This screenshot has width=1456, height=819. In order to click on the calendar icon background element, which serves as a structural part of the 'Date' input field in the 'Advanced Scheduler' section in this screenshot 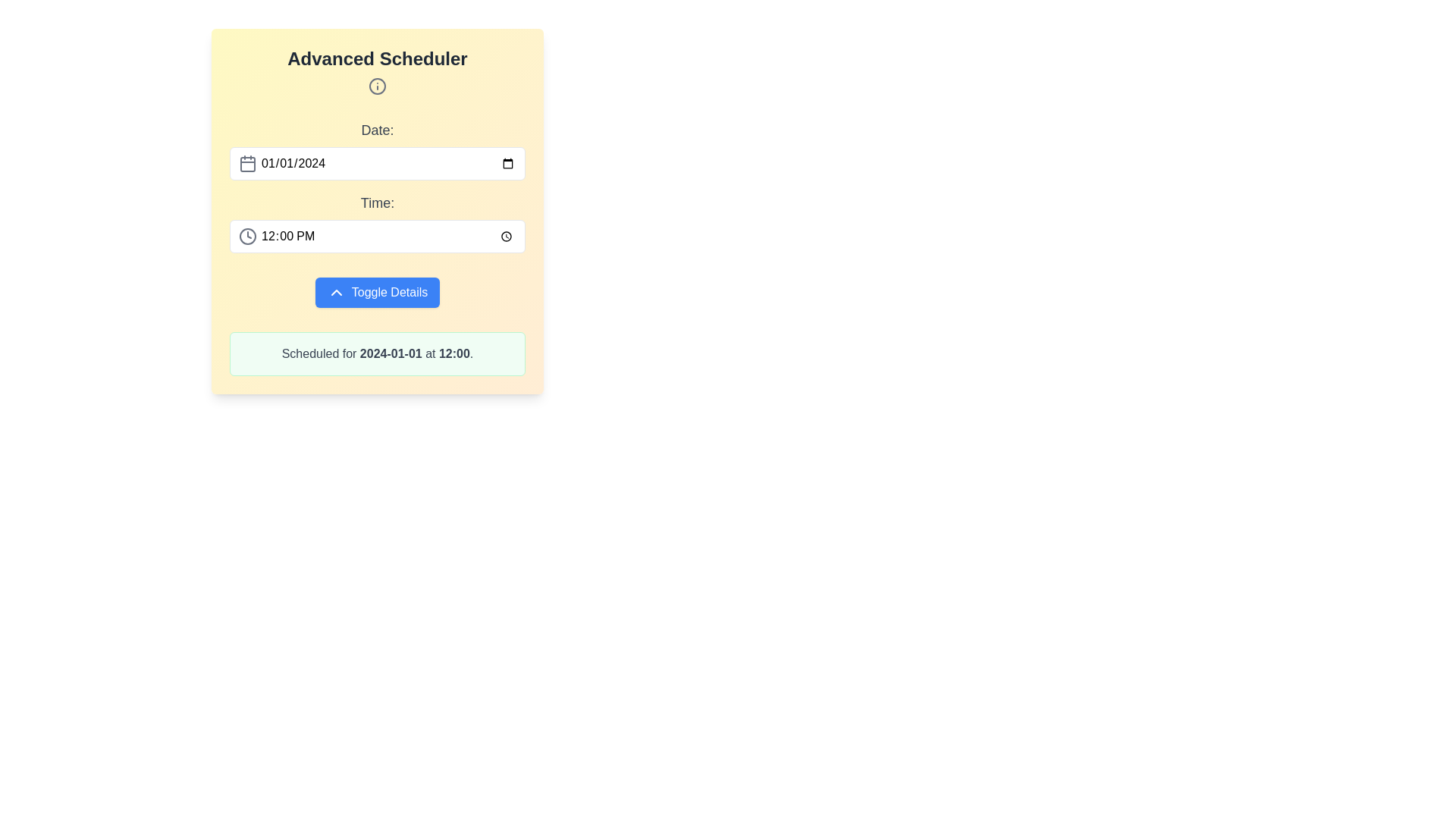, I will do `click(247, 164)`.